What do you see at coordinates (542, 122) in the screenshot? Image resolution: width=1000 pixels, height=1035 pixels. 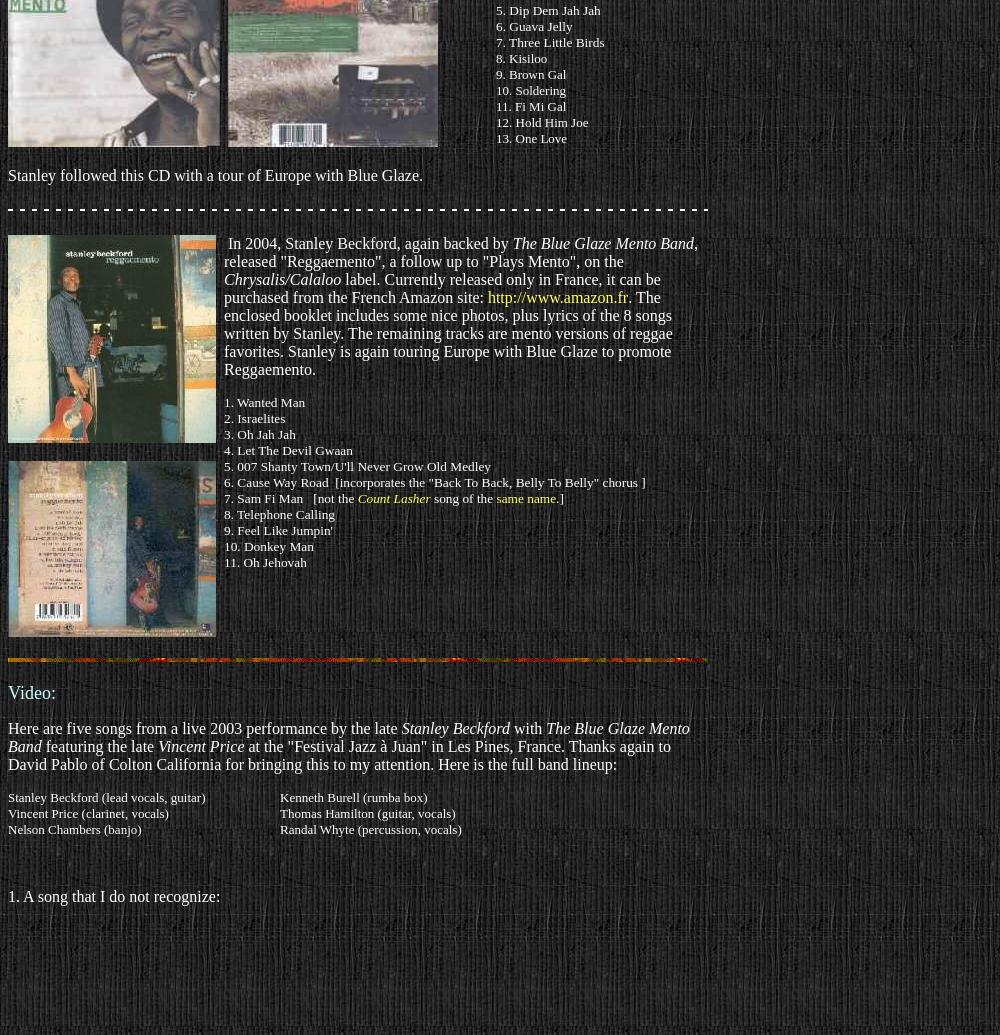 I see `'12. Hold Him Joe'` at bounding box center [542, 122].